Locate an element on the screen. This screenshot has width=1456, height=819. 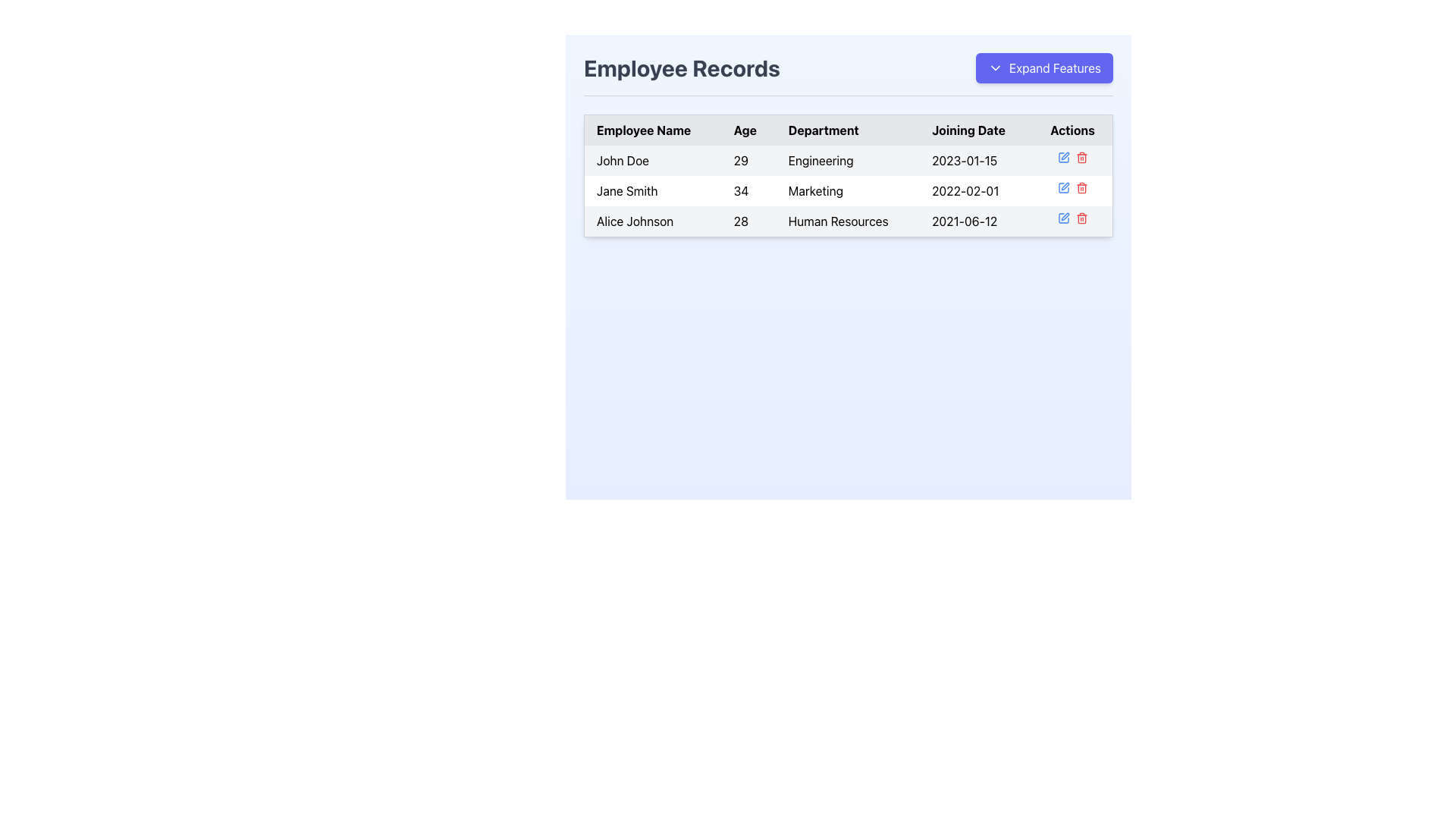
the trash can icon located in the 'Actions' column of the third row in the visible table is located at coordinates (1081, 219).